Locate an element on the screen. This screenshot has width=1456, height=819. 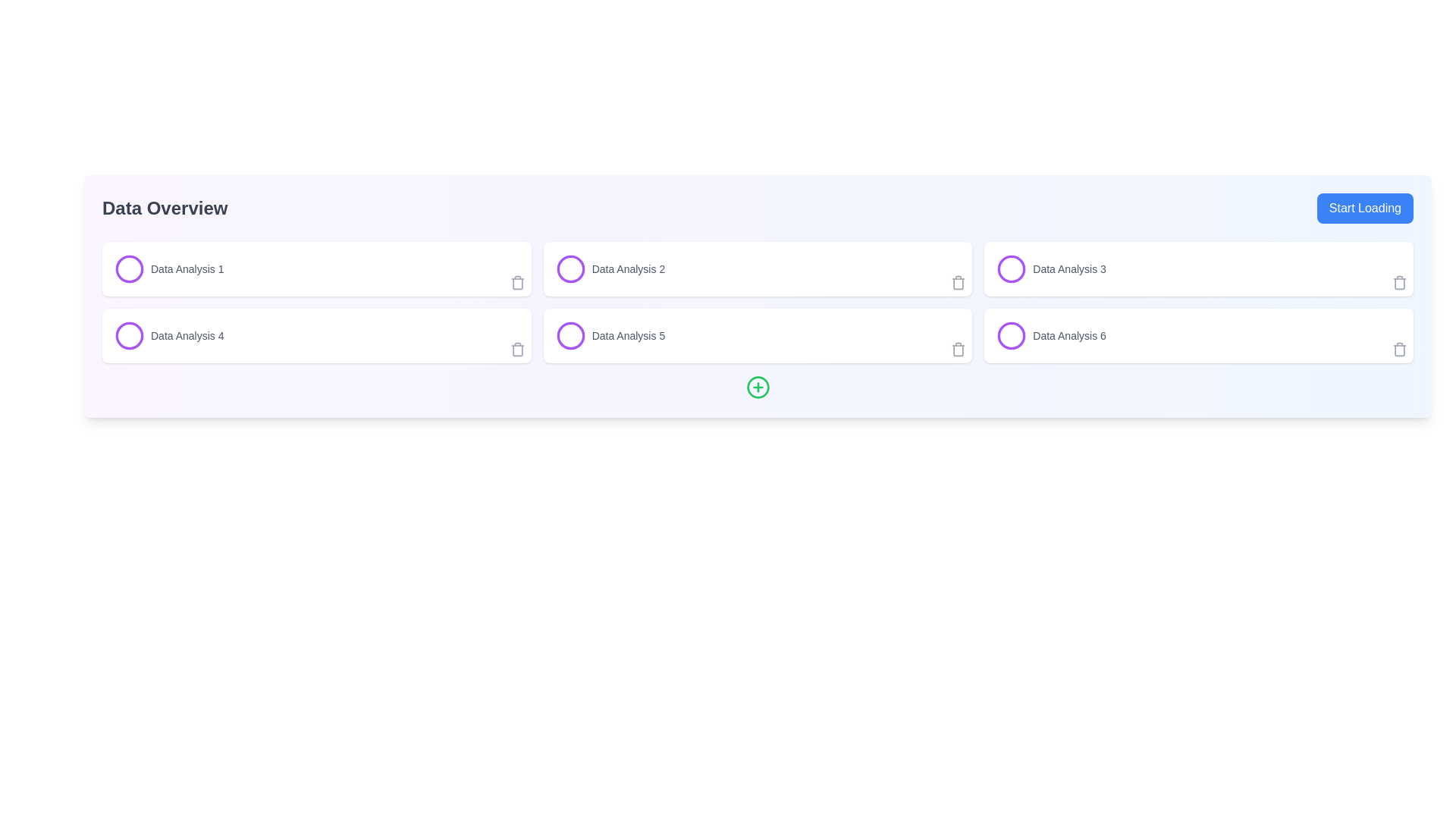
the circular visual indicator for the 'Data Analysis 2' entry is located at coordinates (570, 268).